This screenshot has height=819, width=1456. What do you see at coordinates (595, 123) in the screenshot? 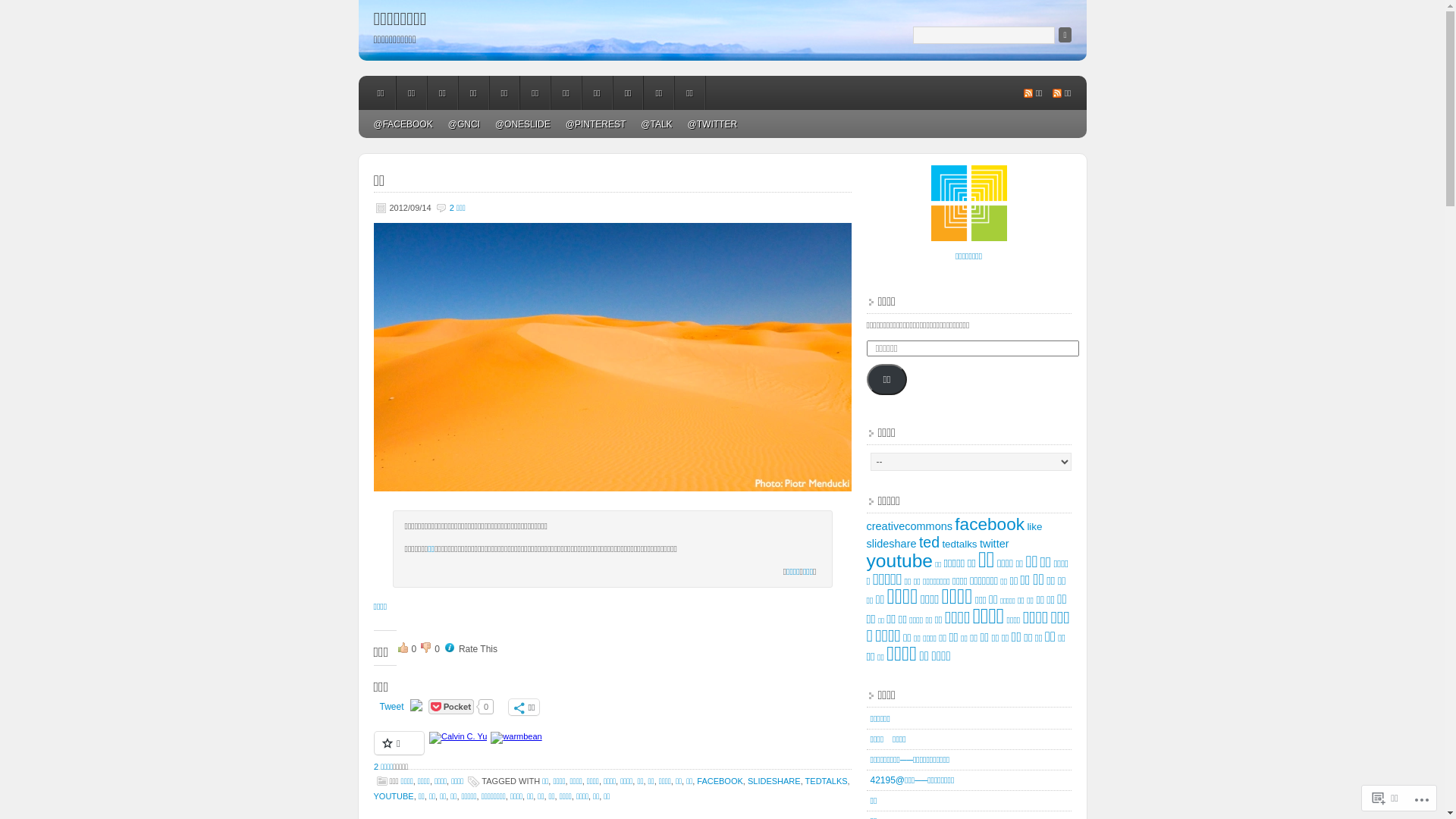
I see `'@PINTEREST'` at bounding box center [595, 123].